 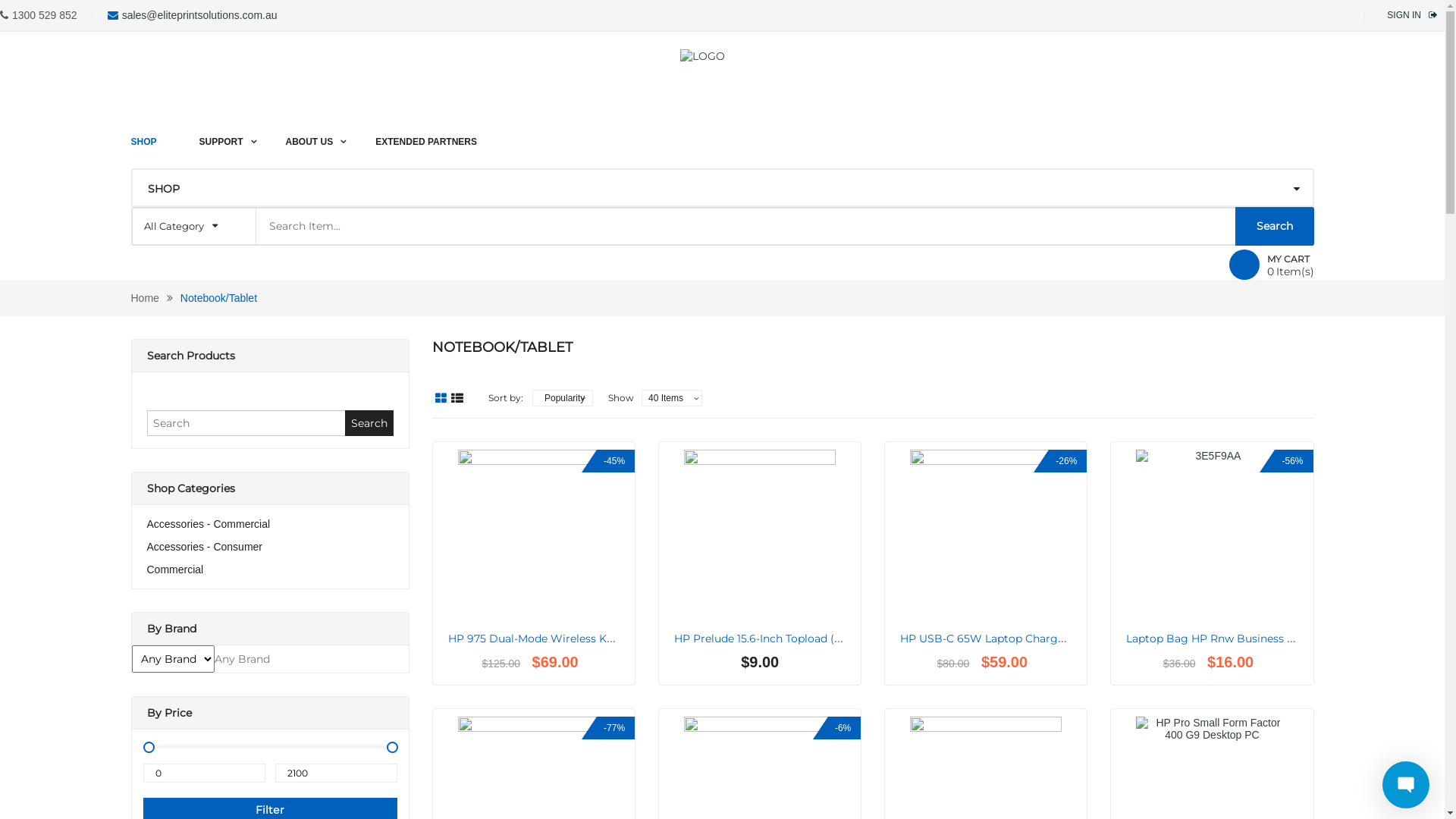 I want to click on 'Accessories - Consumer', so click(x=204, y=547).